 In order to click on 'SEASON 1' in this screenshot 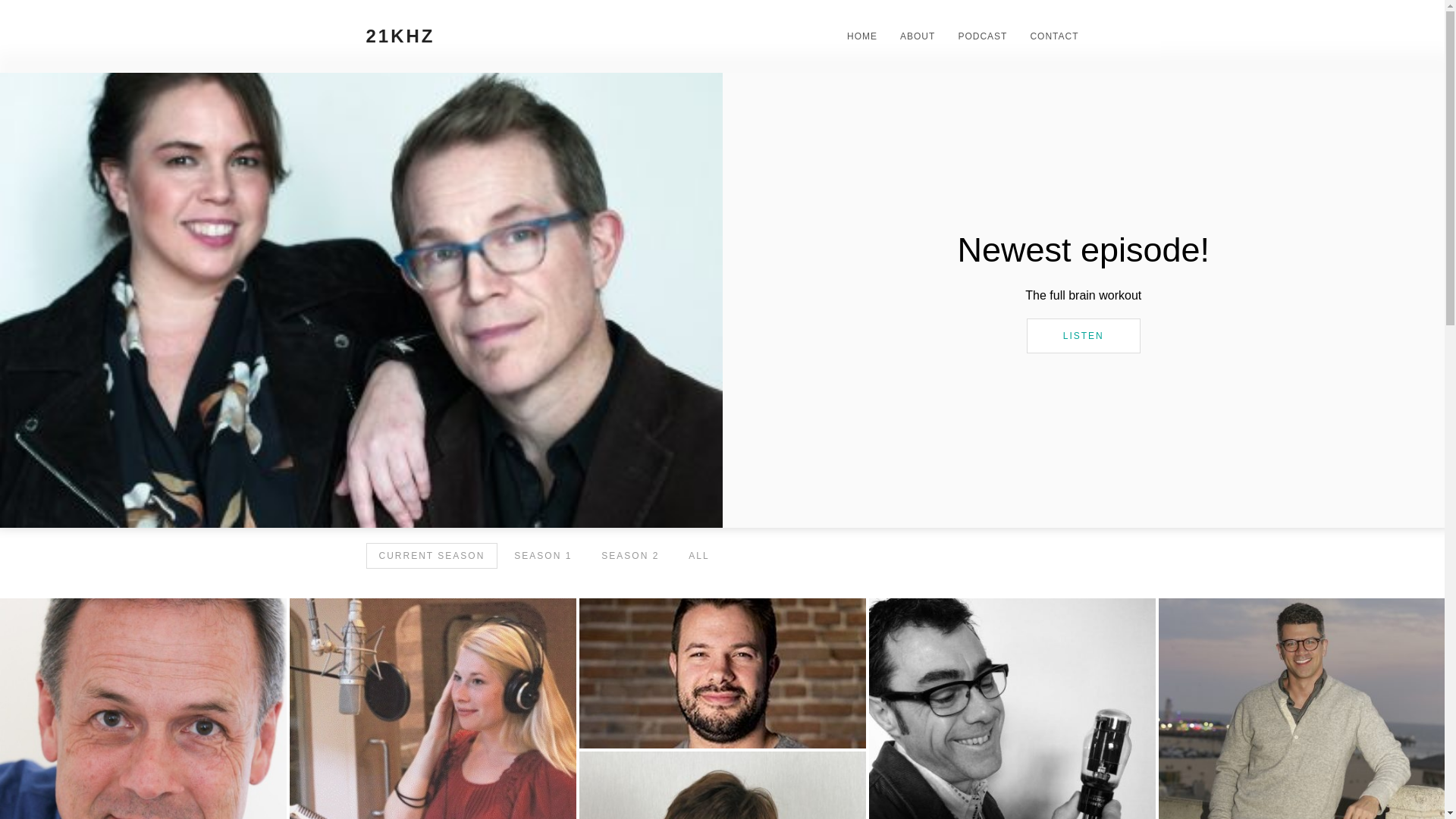, I will do `click(542, 555)`.